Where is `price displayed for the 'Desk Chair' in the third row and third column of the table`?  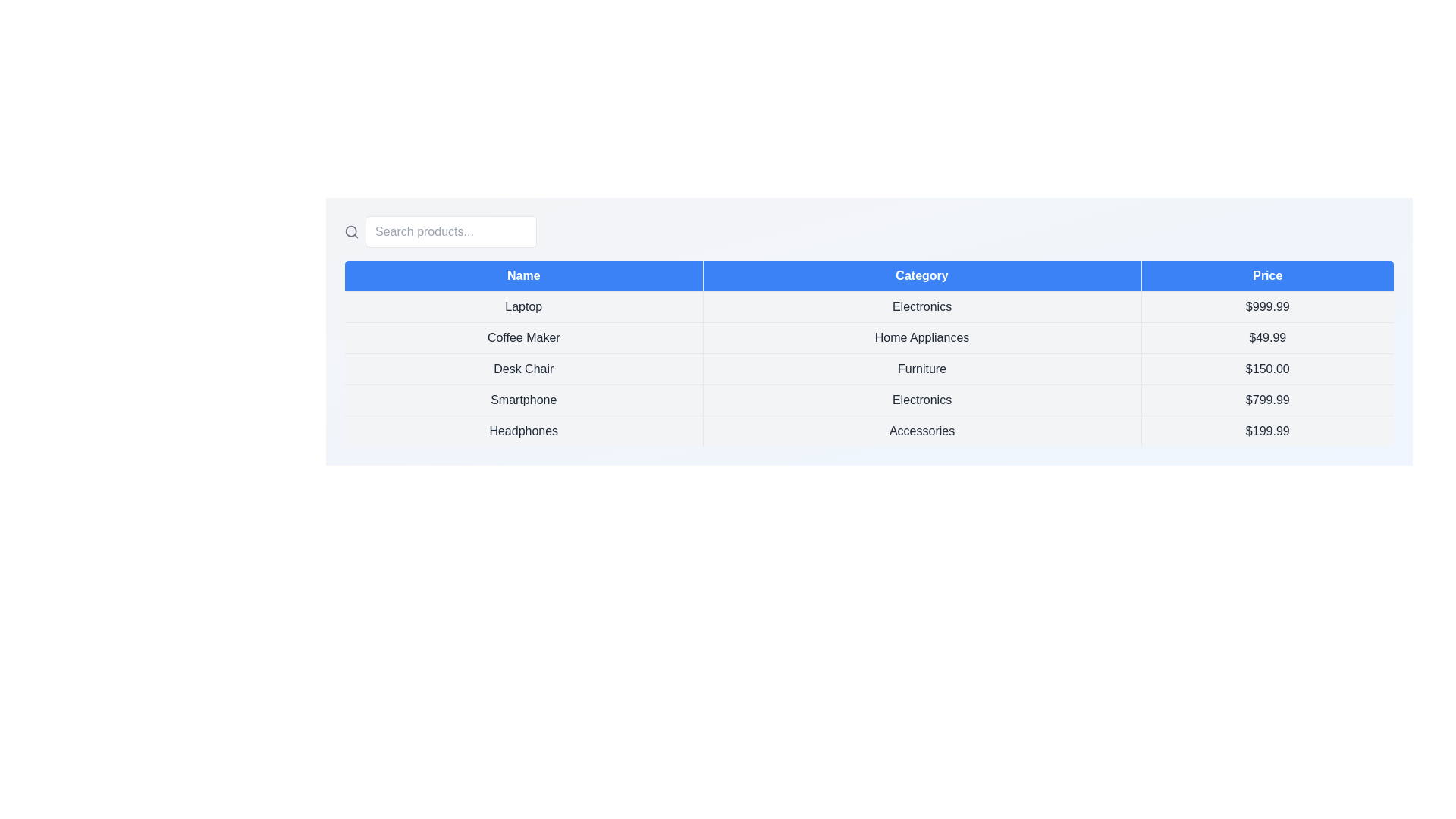
price displayed for the 'Desk Chair' in the third row and third column of the table is located at coordinates (1267, 369).